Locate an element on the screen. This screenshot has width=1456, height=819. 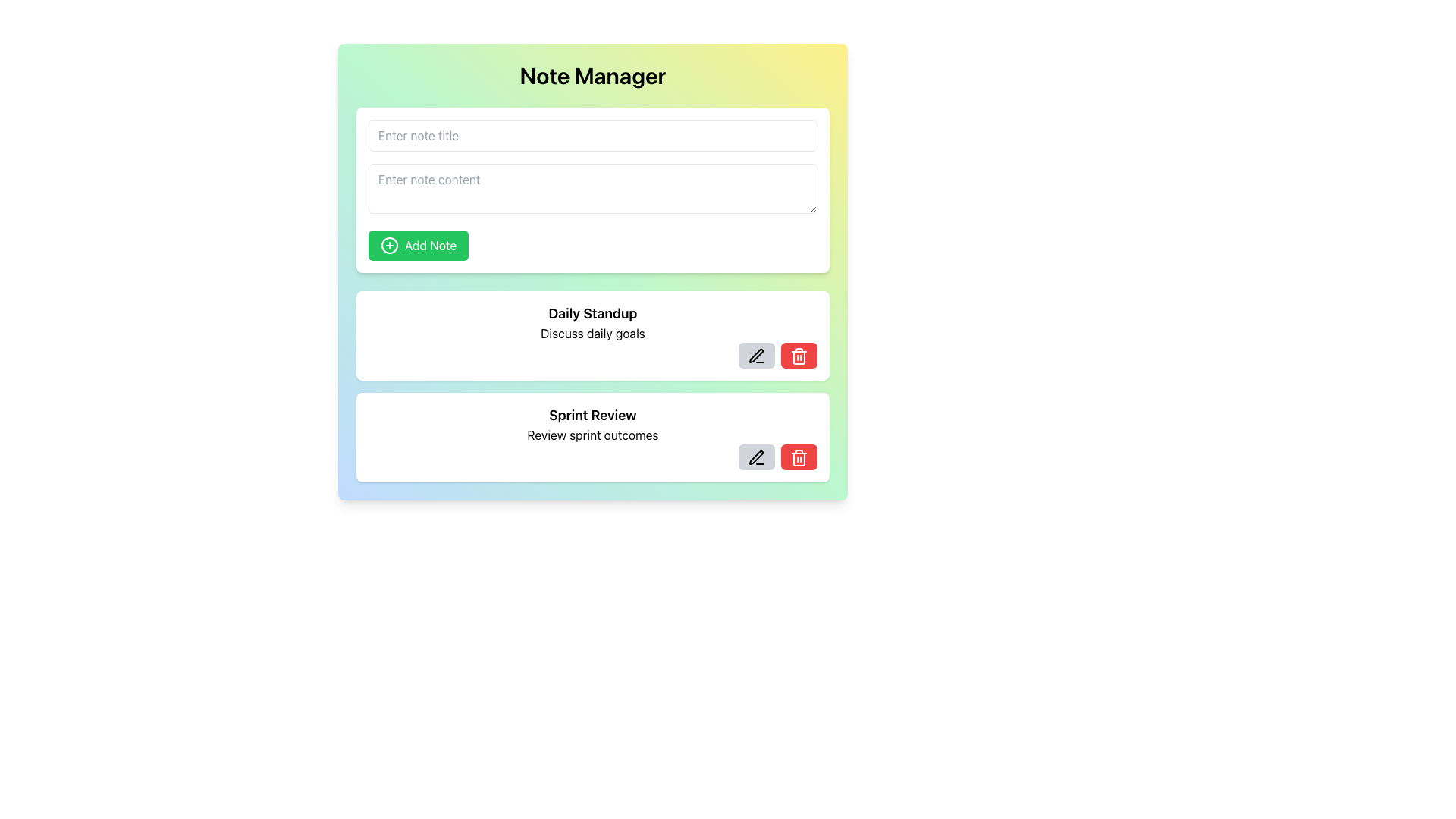
the delete button located in the lower right corner of the 'Daily Standup' note block is located at coordinates (799, 354).